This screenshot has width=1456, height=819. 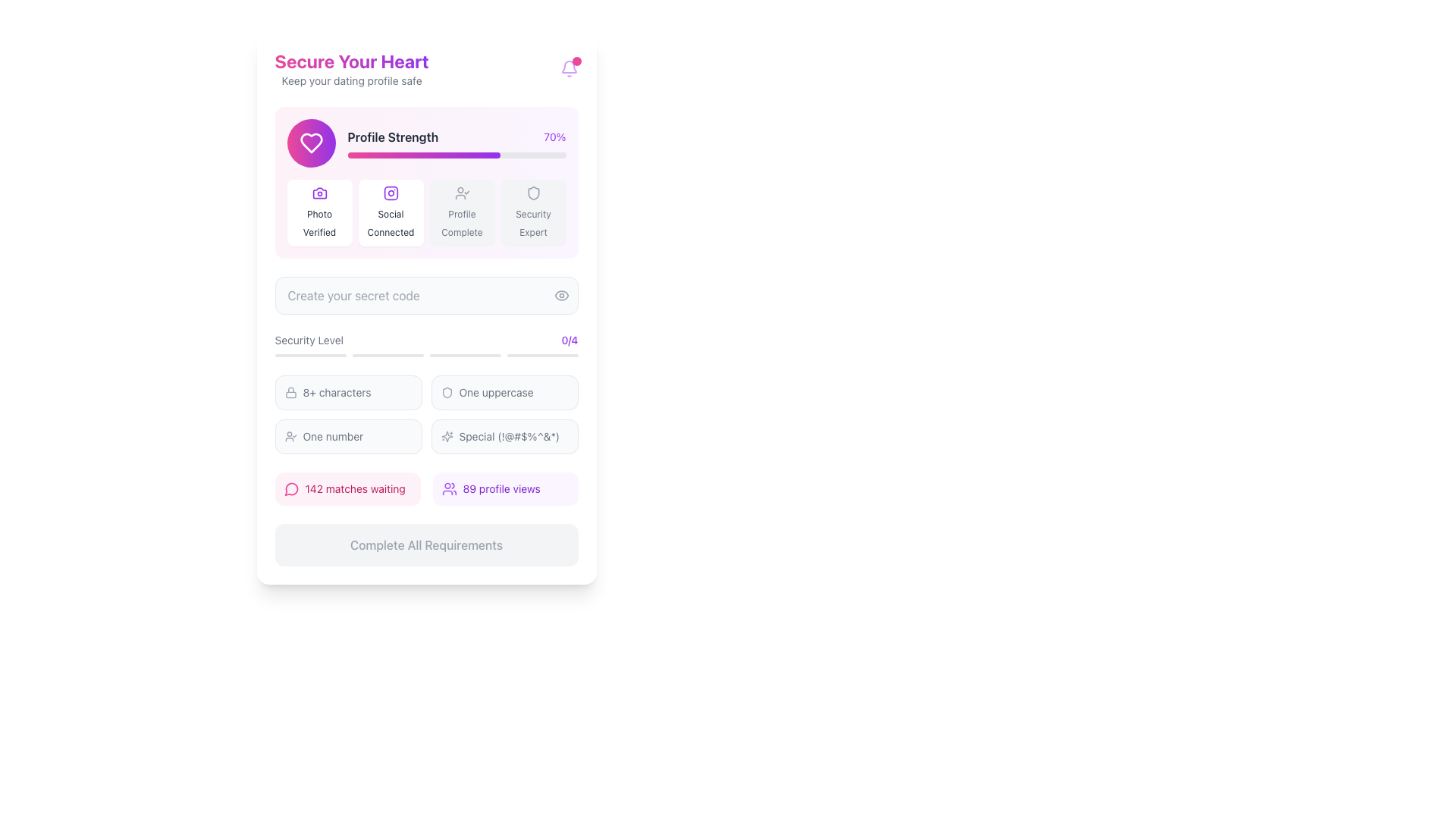 What do you see at coordinates (425, 143) in the screenshot?
I see `the profile completion status component, which includes a progress bar, descriptive text, and an icon, located below the header 'Secure Your Heart'` at bounding box center [425, 143].